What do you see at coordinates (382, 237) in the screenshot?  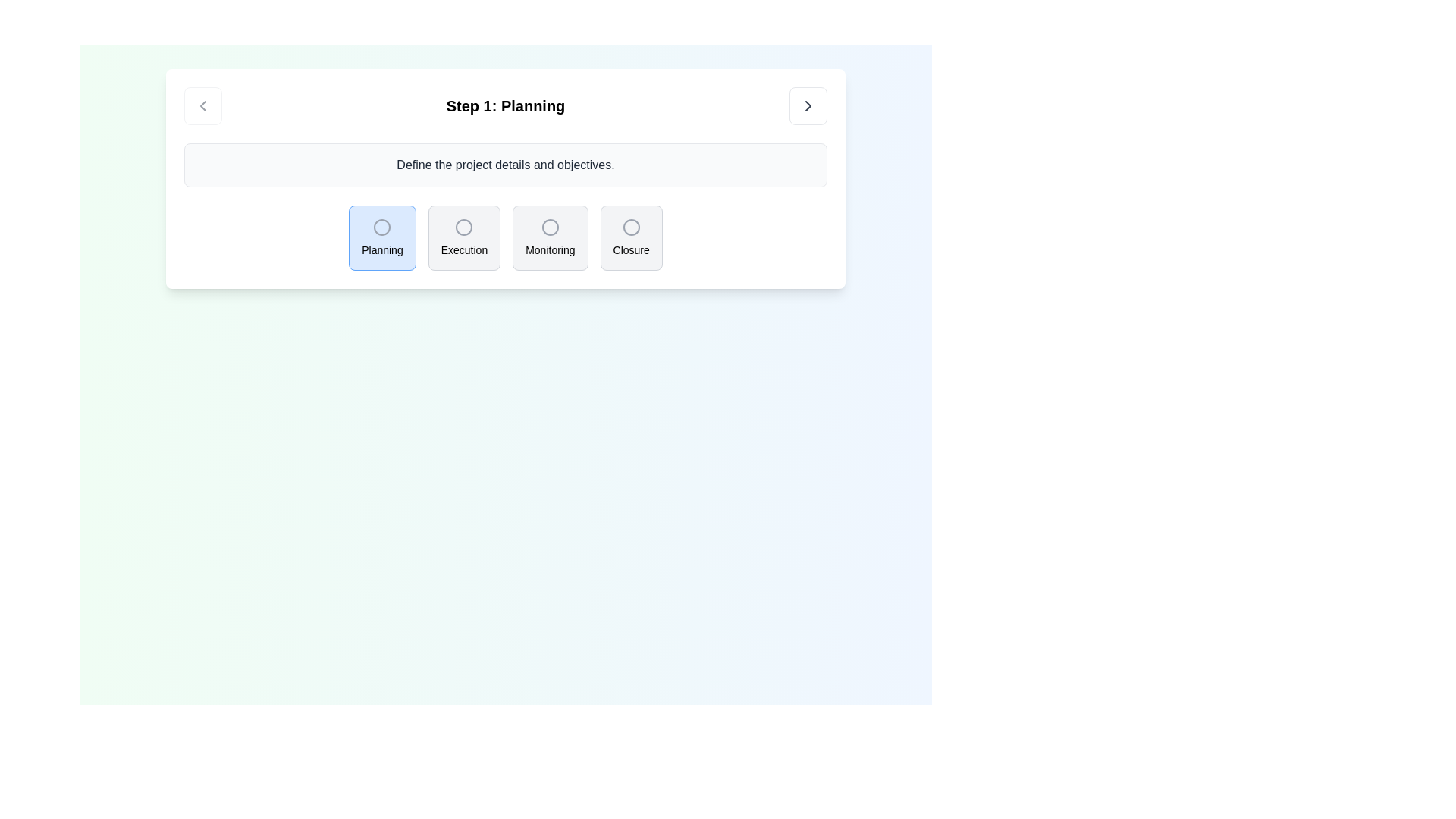 I see `the 'Planning' step indicator card` at bounding box center [382, 237].